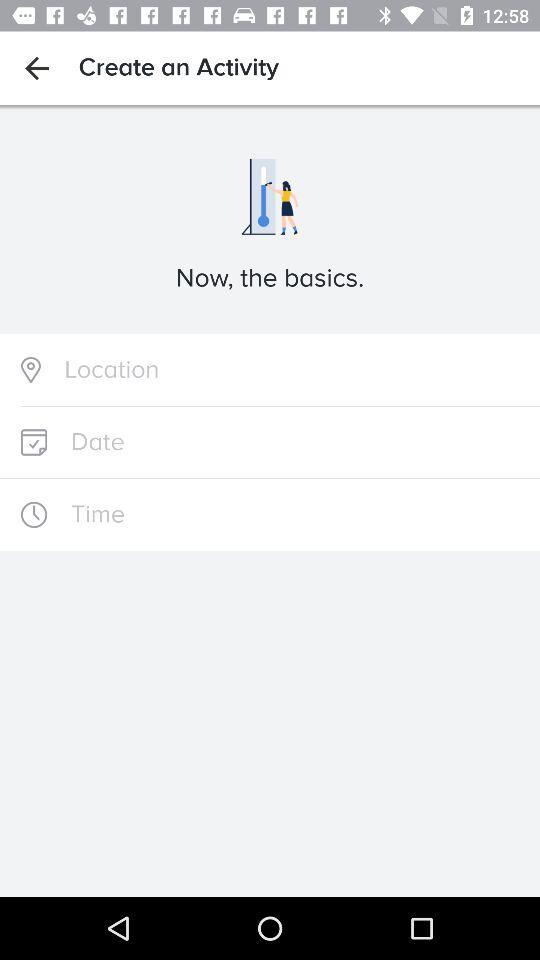 This screenshot has height=960, width=540. What do you see at coordinates (270, 514) in the screenshot?
I see `set time` at bounding box center [270, 514].